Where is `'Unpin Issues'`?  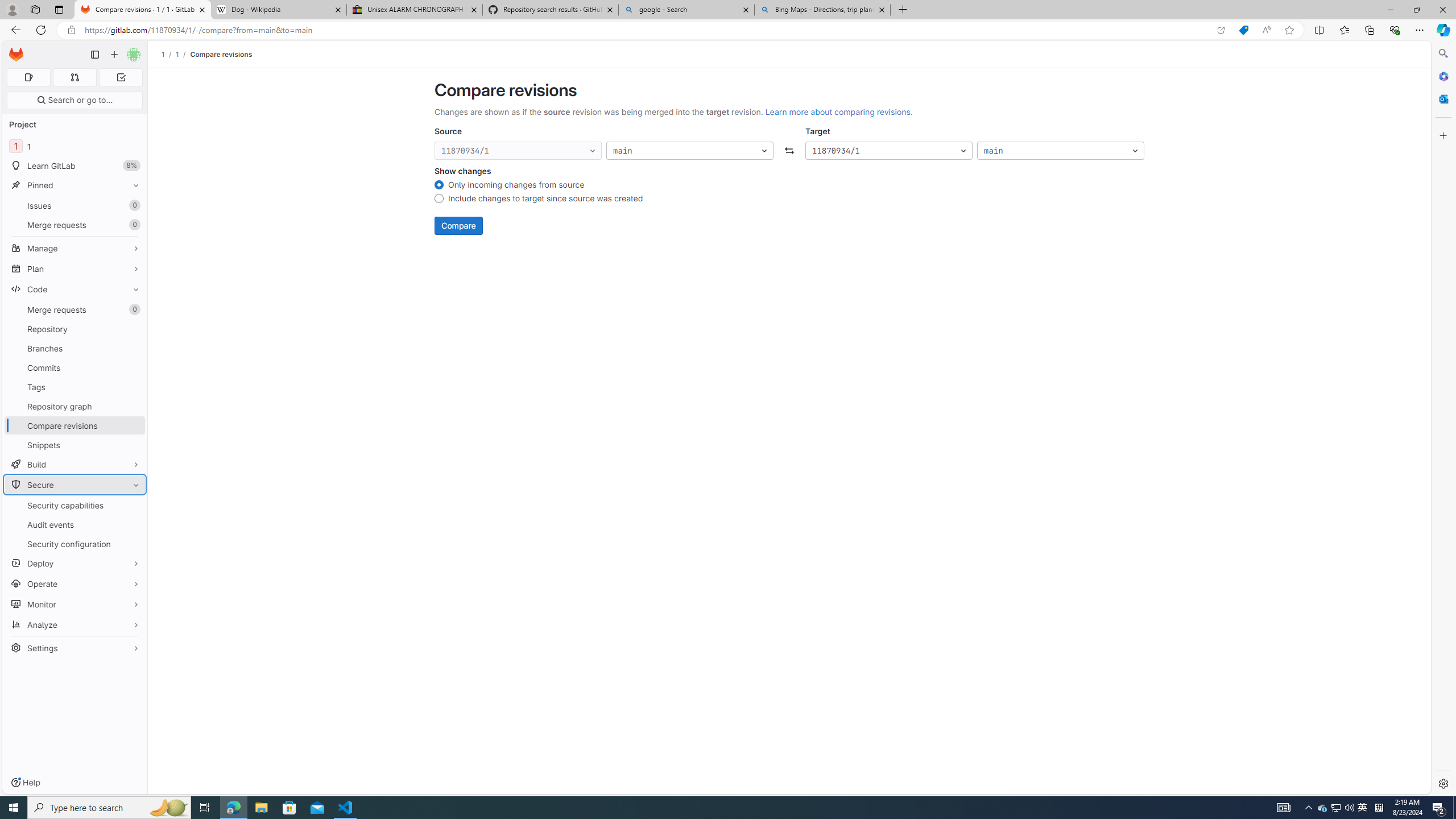
'Unpin Issues' is located at coordinates (133, 205).